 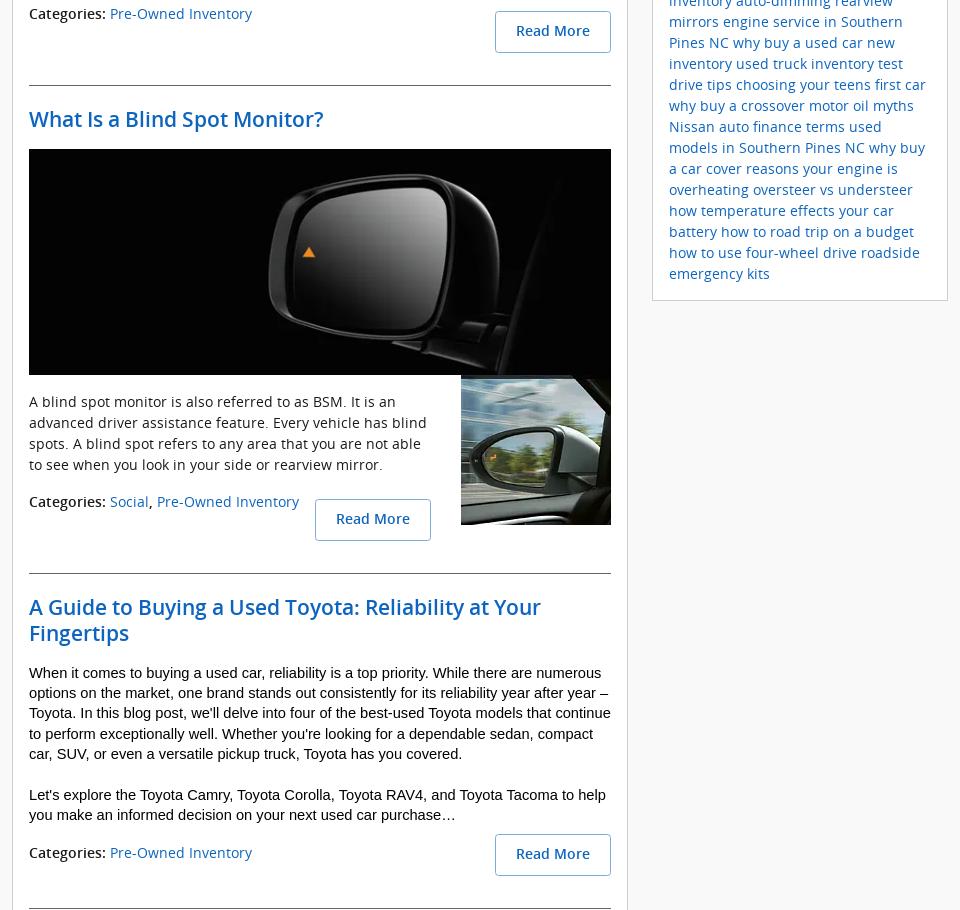 What do you see at coordinates (735, 62) in the screenshot?
I see `'used truck inventory'` at bounding box center [735, 62].